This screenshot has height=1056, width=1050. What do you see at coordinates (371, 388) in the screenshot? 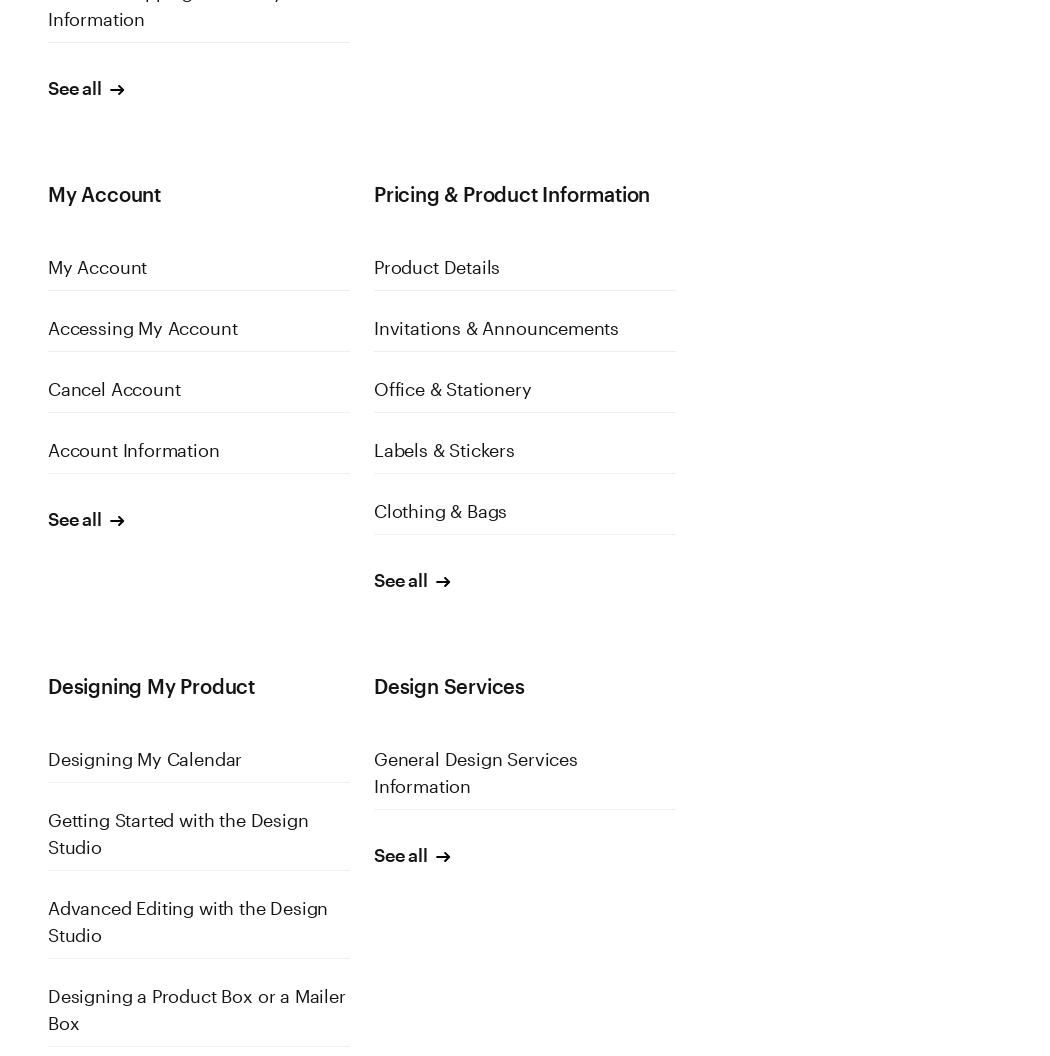
I see `'Office & Stationery'` at bounding box center [371, 388].